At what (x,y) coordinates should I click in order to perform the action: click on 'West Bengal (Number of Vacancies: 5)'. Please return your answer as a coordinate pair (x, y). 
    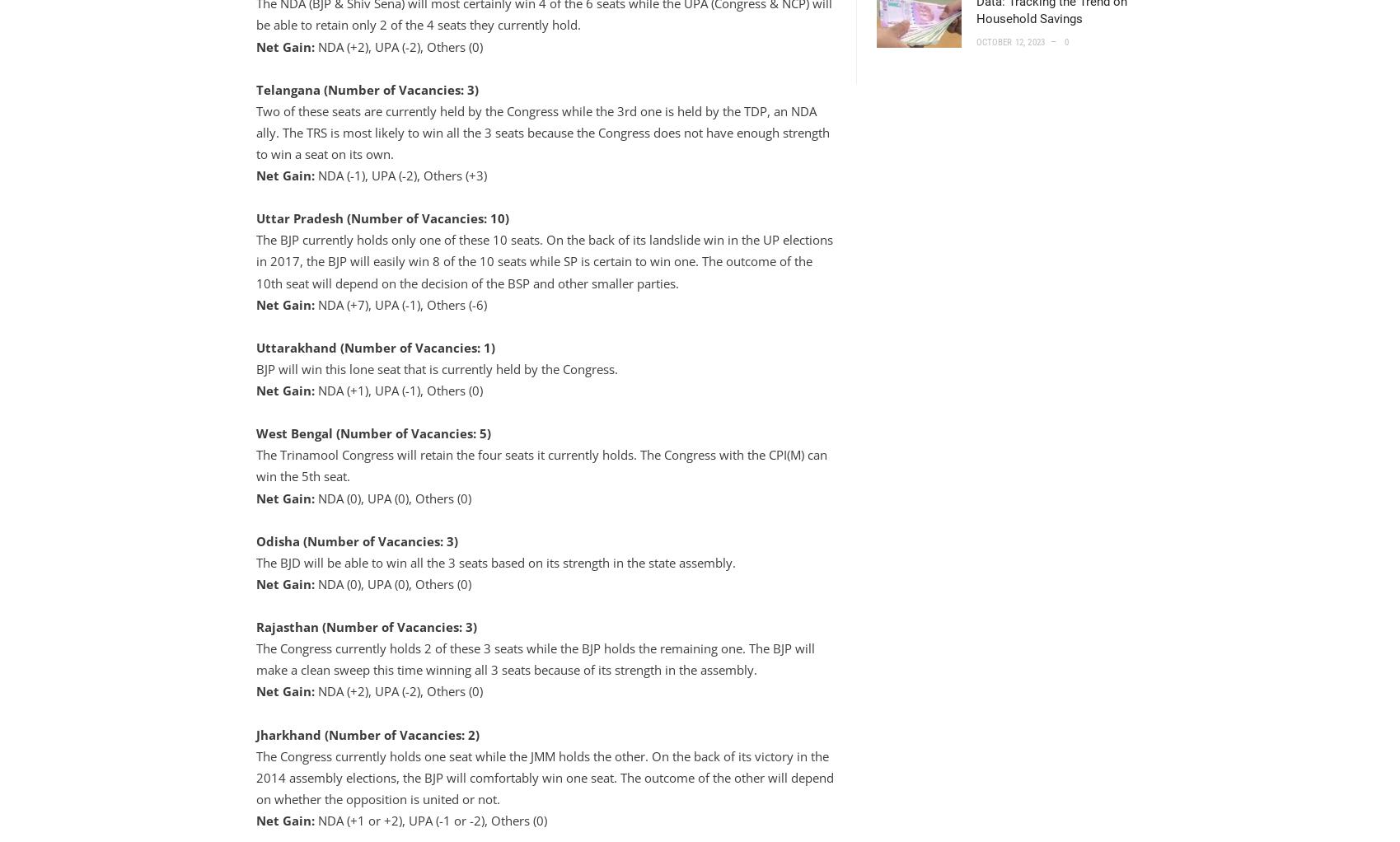
    Looking at the image, I should click on (372, 433).